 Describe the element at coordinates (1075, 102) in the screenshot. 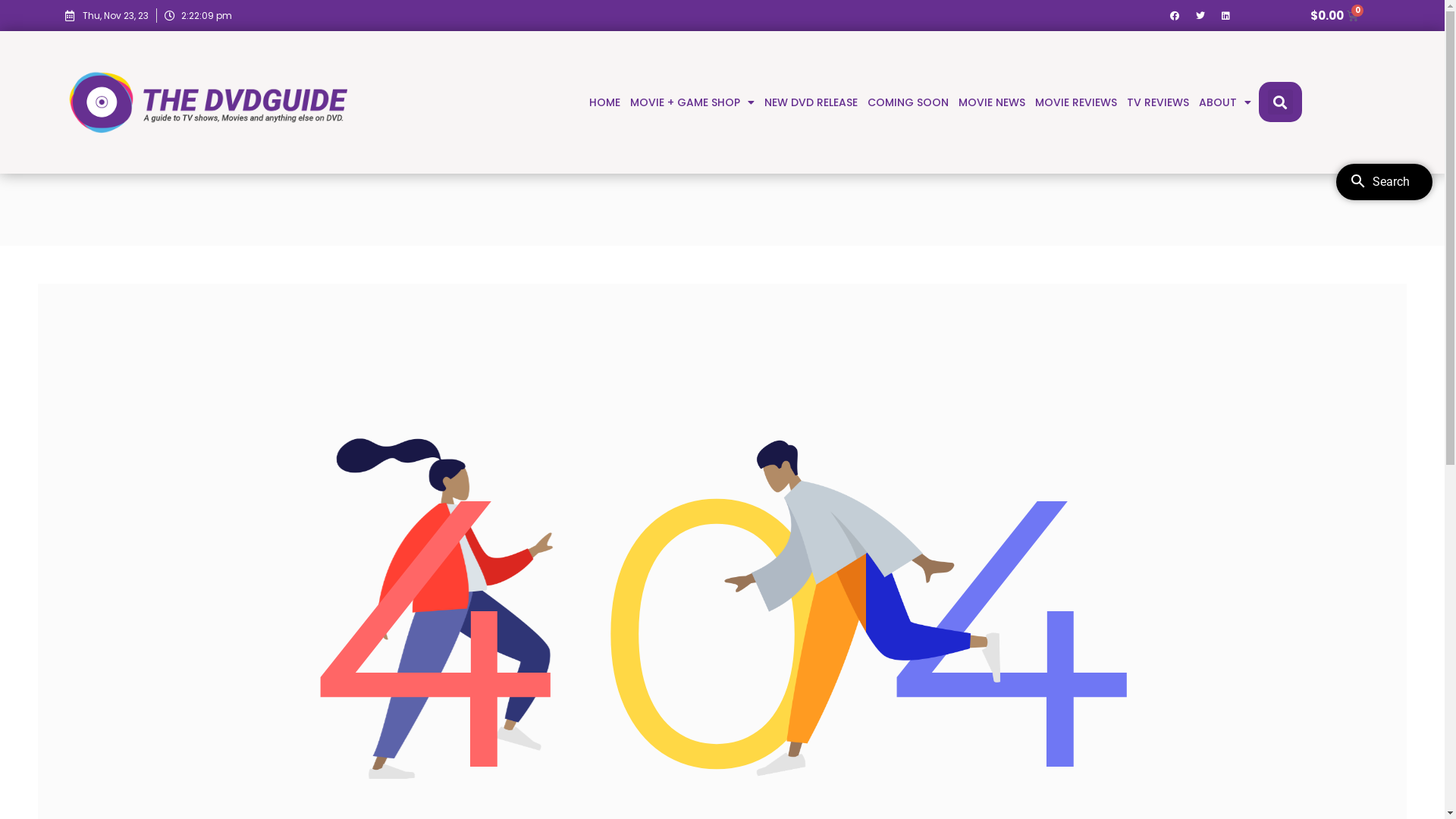

I see `'MOVIE REVIEWS'` at that location.